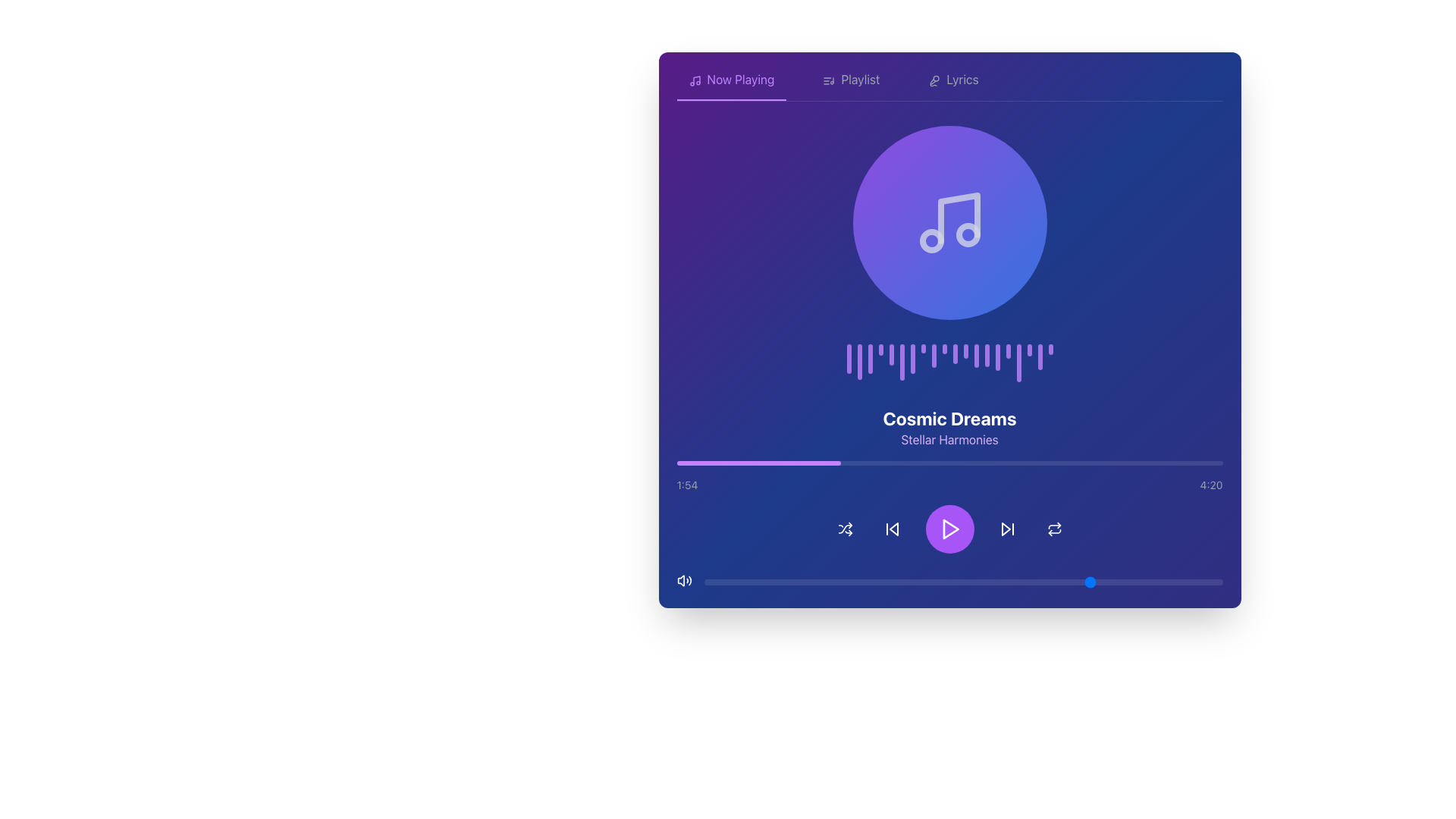 The width and height of the screenshot is (1456, 819). What do you see at coordinates (1076, 581) in the screenshot?
I see `the slider` at bounding box center [1076, 581].